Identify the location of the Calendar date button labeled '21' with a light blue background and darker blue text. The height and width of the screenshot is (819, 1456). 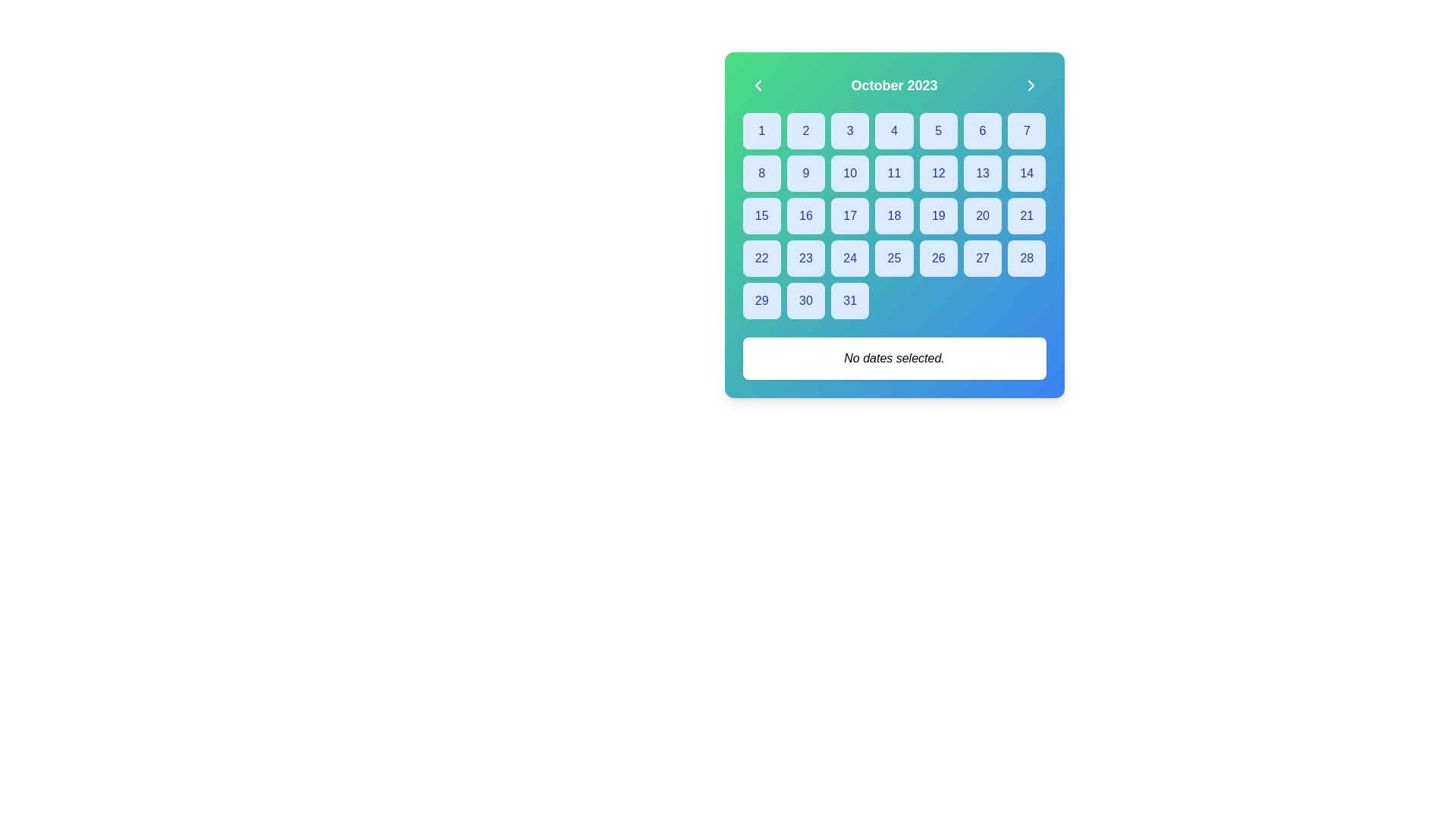
(1027, 216).